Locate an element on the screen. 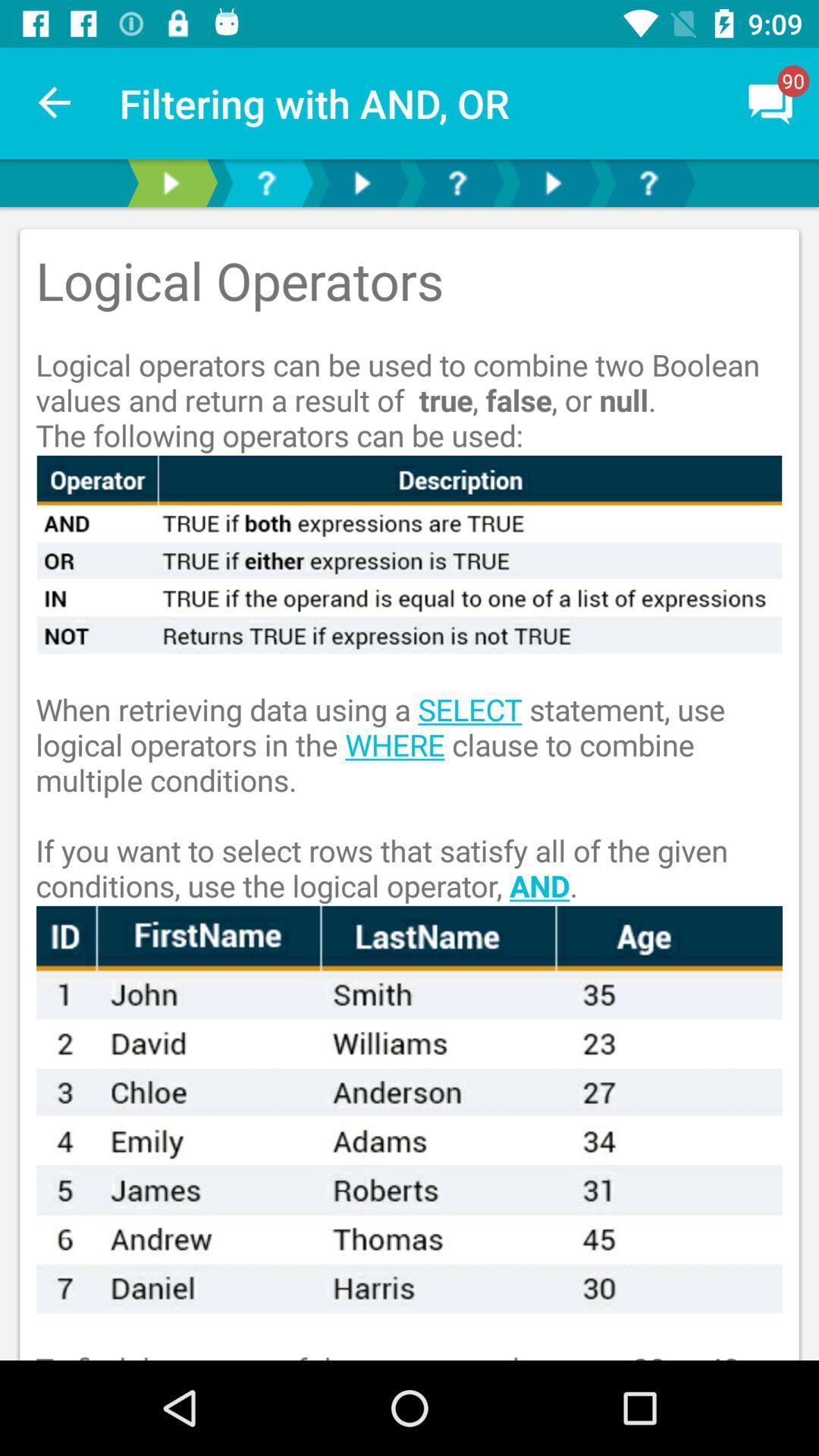 The width and height of the screenshot is (819, 1456). help is located at coordinates (265, 182).